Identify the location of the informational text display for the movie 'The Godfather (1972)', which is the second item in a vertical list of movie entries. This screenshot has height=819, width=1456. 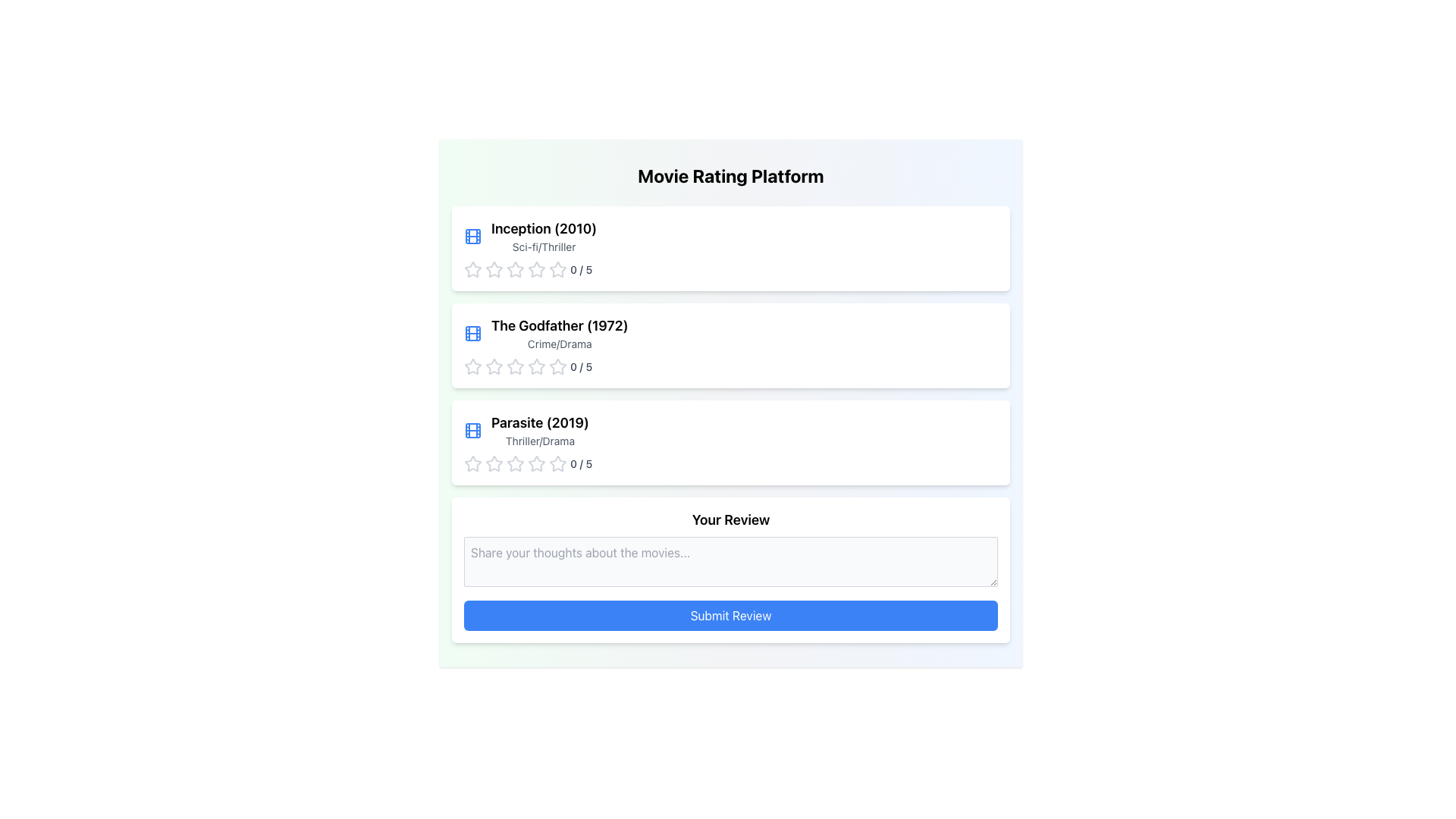
(559, 332).